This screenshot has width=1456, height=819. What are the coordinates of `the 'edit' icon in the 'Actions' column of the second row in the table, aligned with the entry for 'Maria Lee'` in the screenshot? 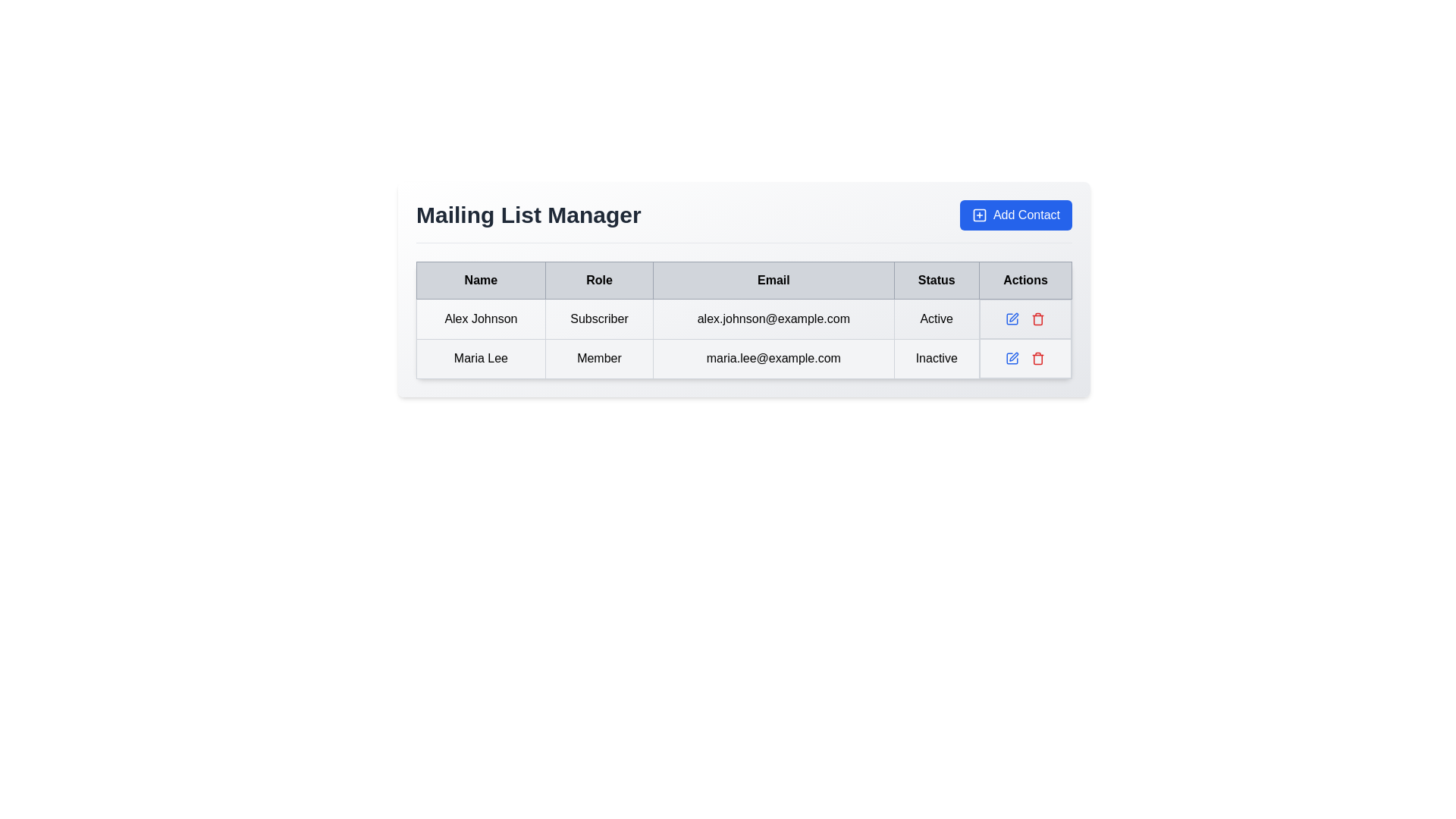 It's located at (1012, 318).